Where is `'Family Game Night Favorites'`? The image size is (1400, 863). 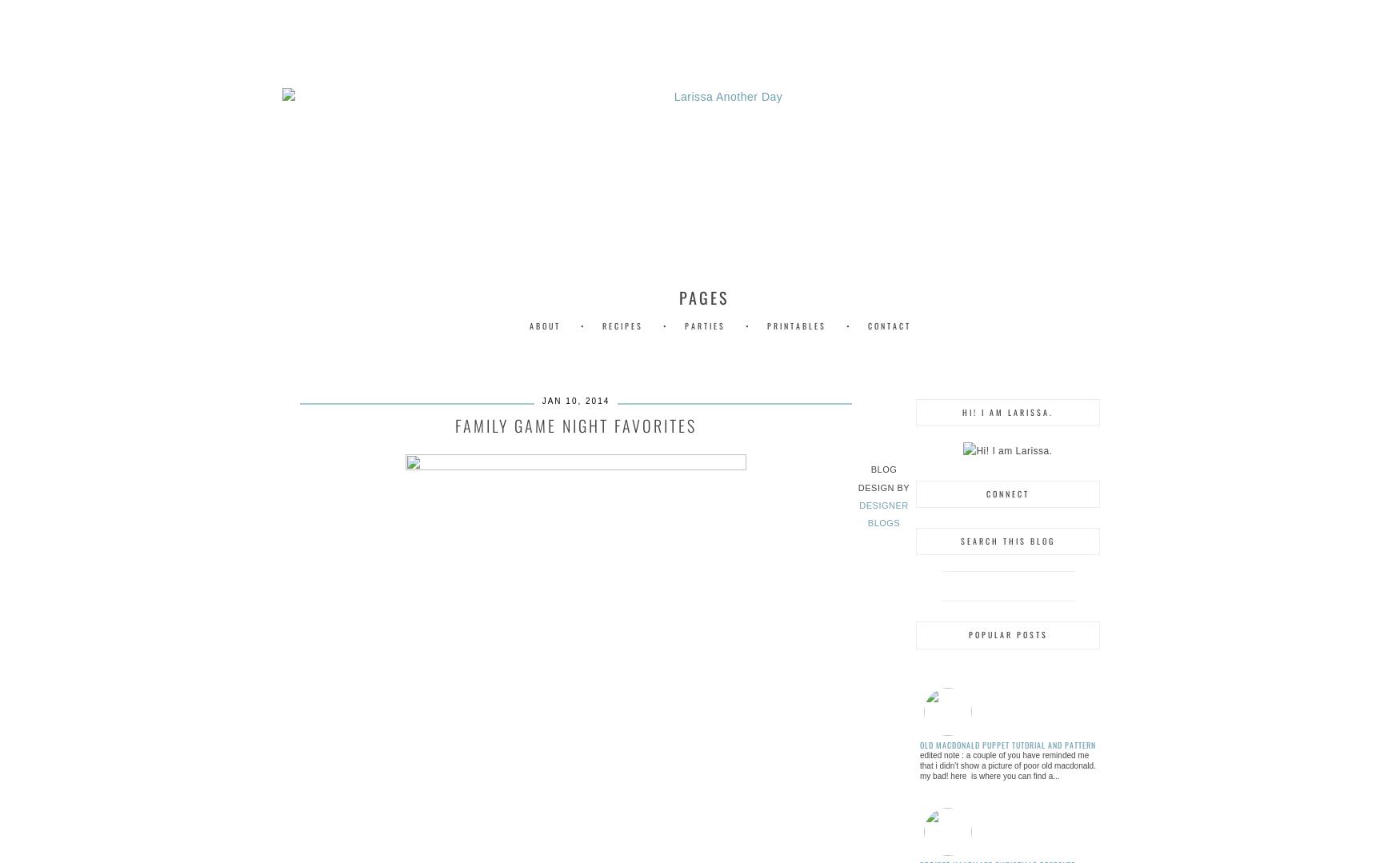 'Family Game Night Favorites' is located at coordinates (575, 424).